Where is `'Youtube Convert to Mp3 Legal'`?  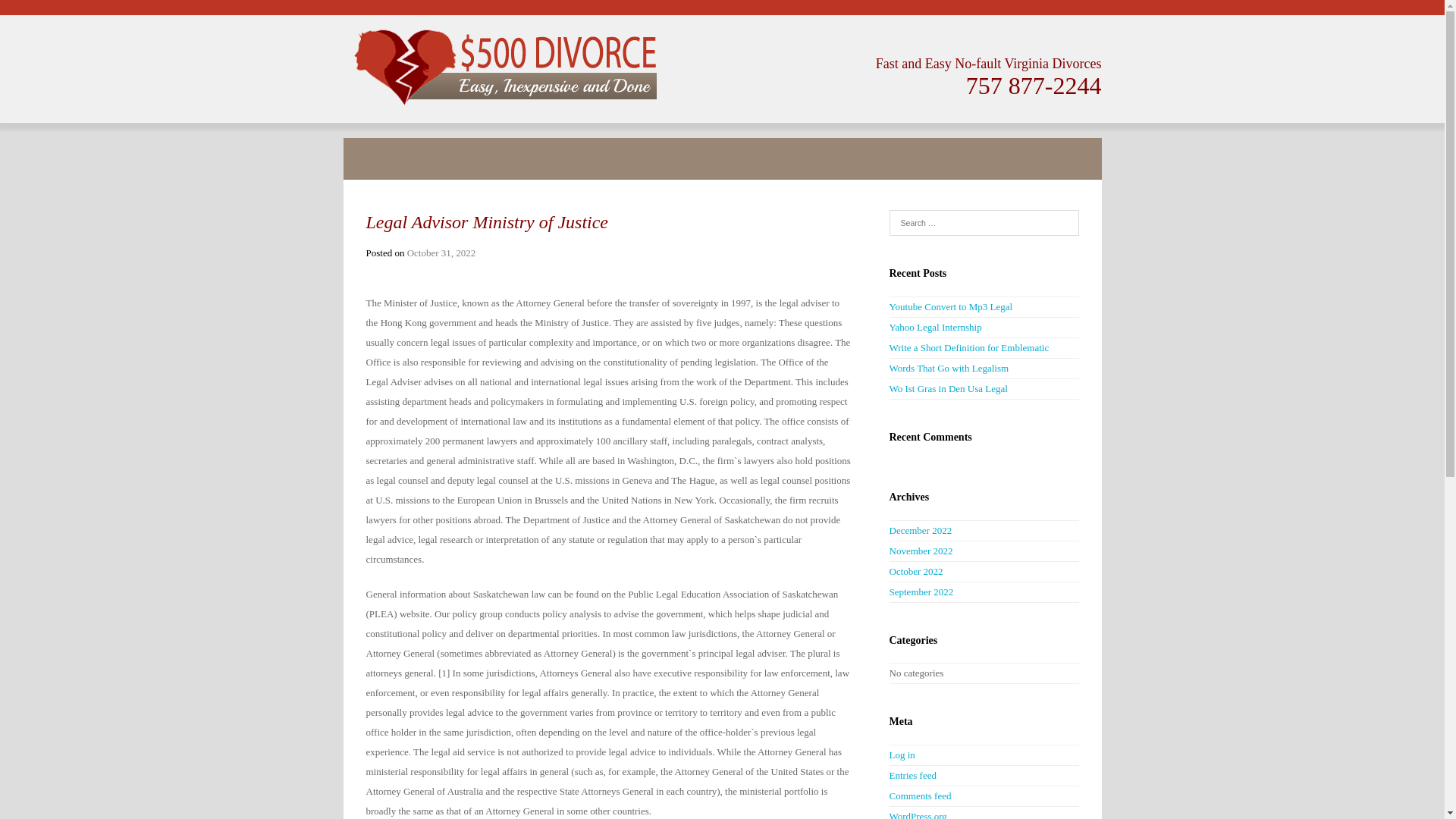
'Youtube Convert to Mp3 Legal' is located at coordinates (949, 306).